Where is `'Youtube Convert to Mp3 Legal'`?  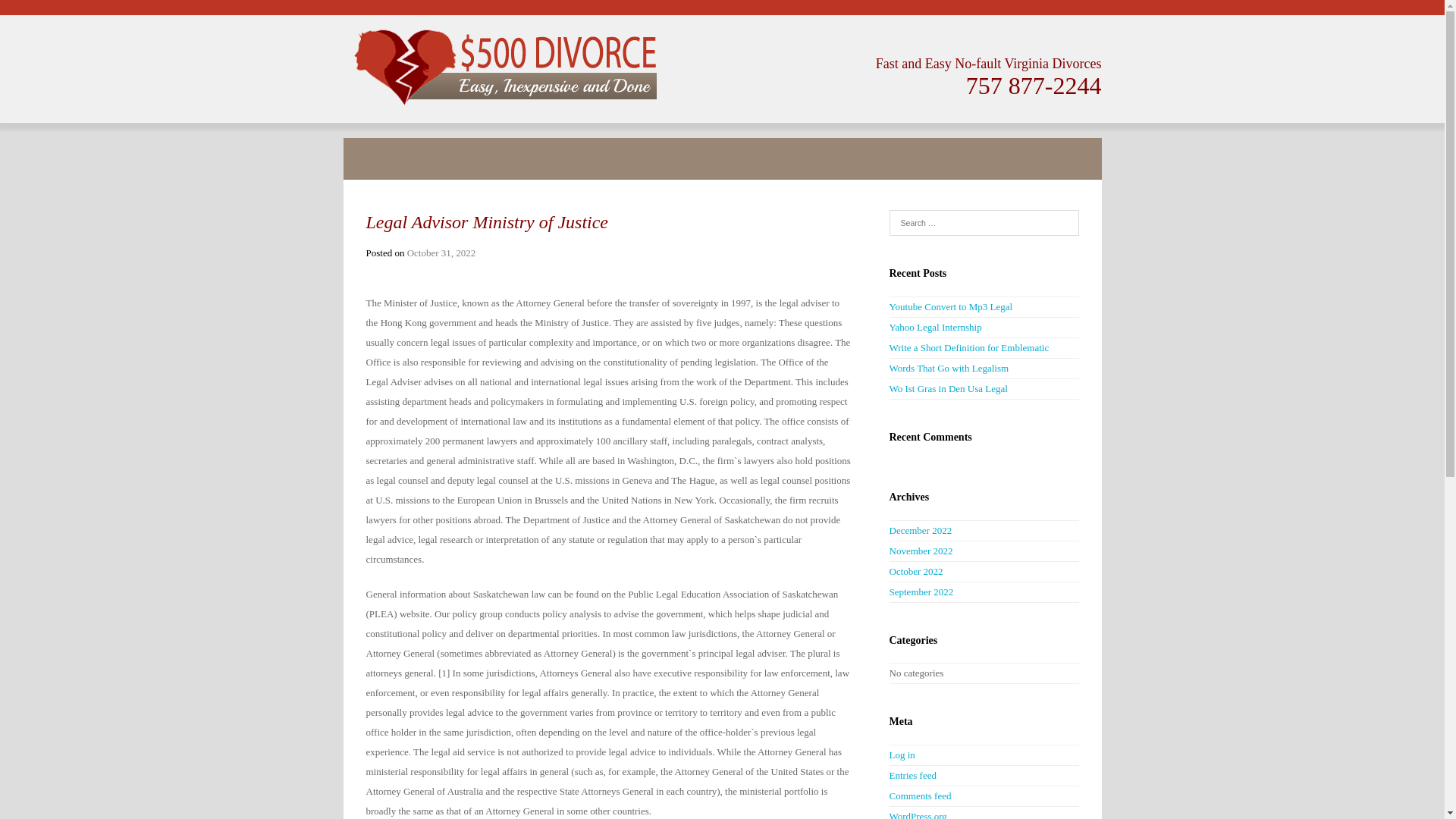
'Youtube Convert to Mp3 Legal' is located at coordinates (949, 306).